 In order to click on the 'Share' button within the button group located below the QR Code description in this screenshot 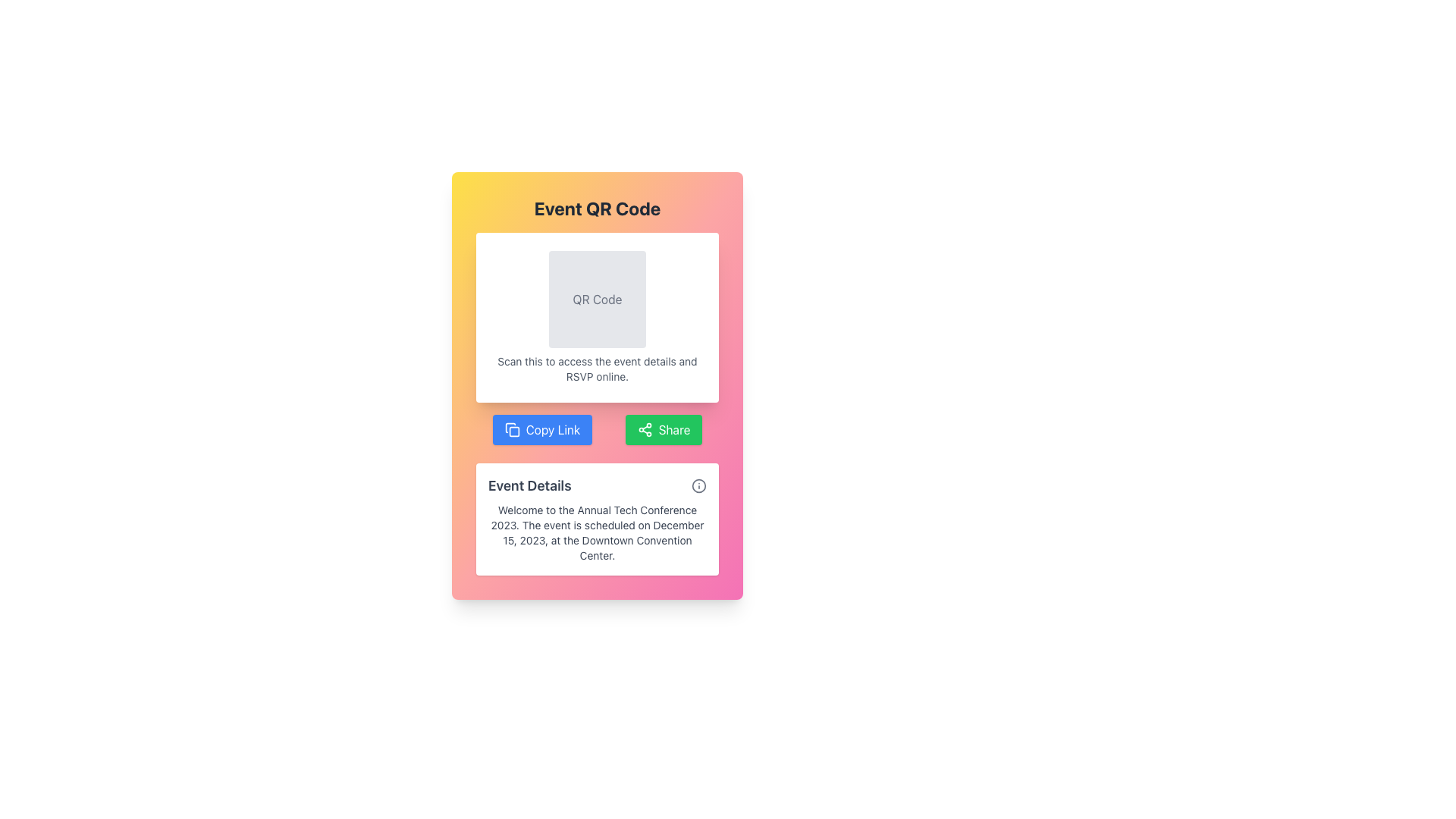, I will do `click(596, 430)`.